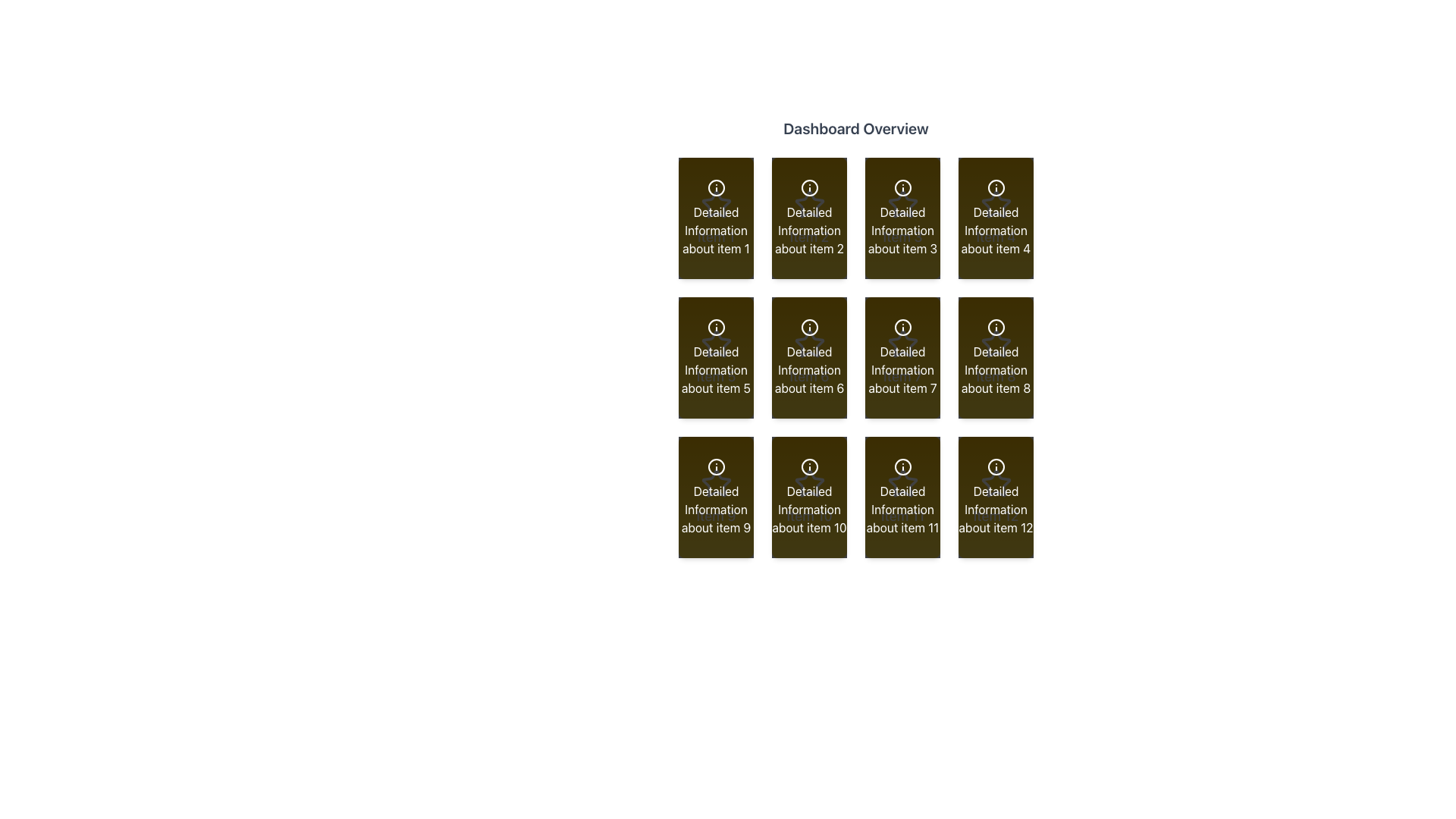  What do you see at coordinates (902, 466) in the screenshot?
I see `the SVG Circle centered within the information icon in the third row and third column of a 4x3 grid layout, above the heading 'Detailed Information about item 11'` at bounding box center [902, 466].